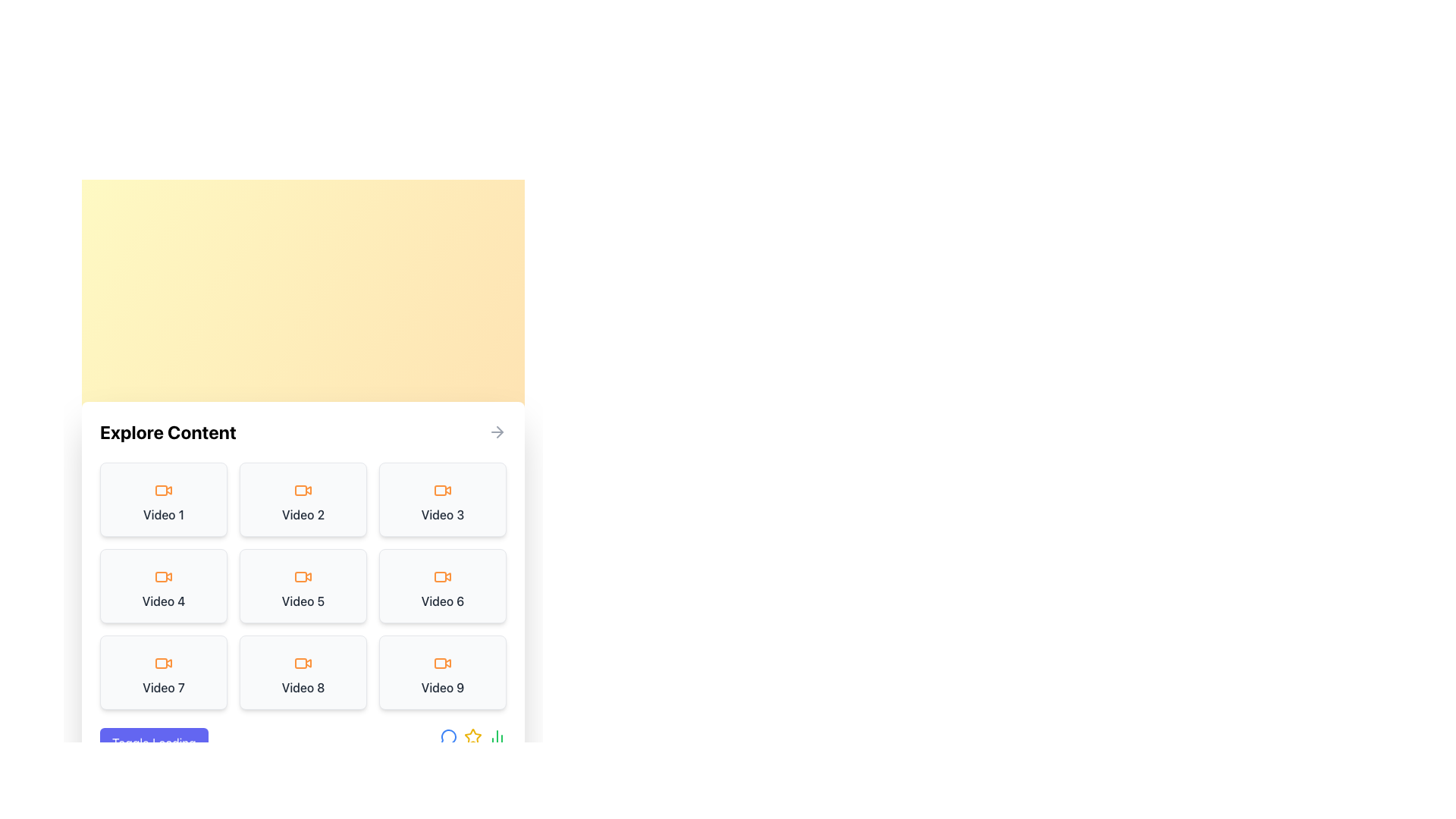 The height and width of the screenshot is (819, 1456). I want to click on the card element labeled 'Video 9' in the last column of the last row, so click(442, 672).